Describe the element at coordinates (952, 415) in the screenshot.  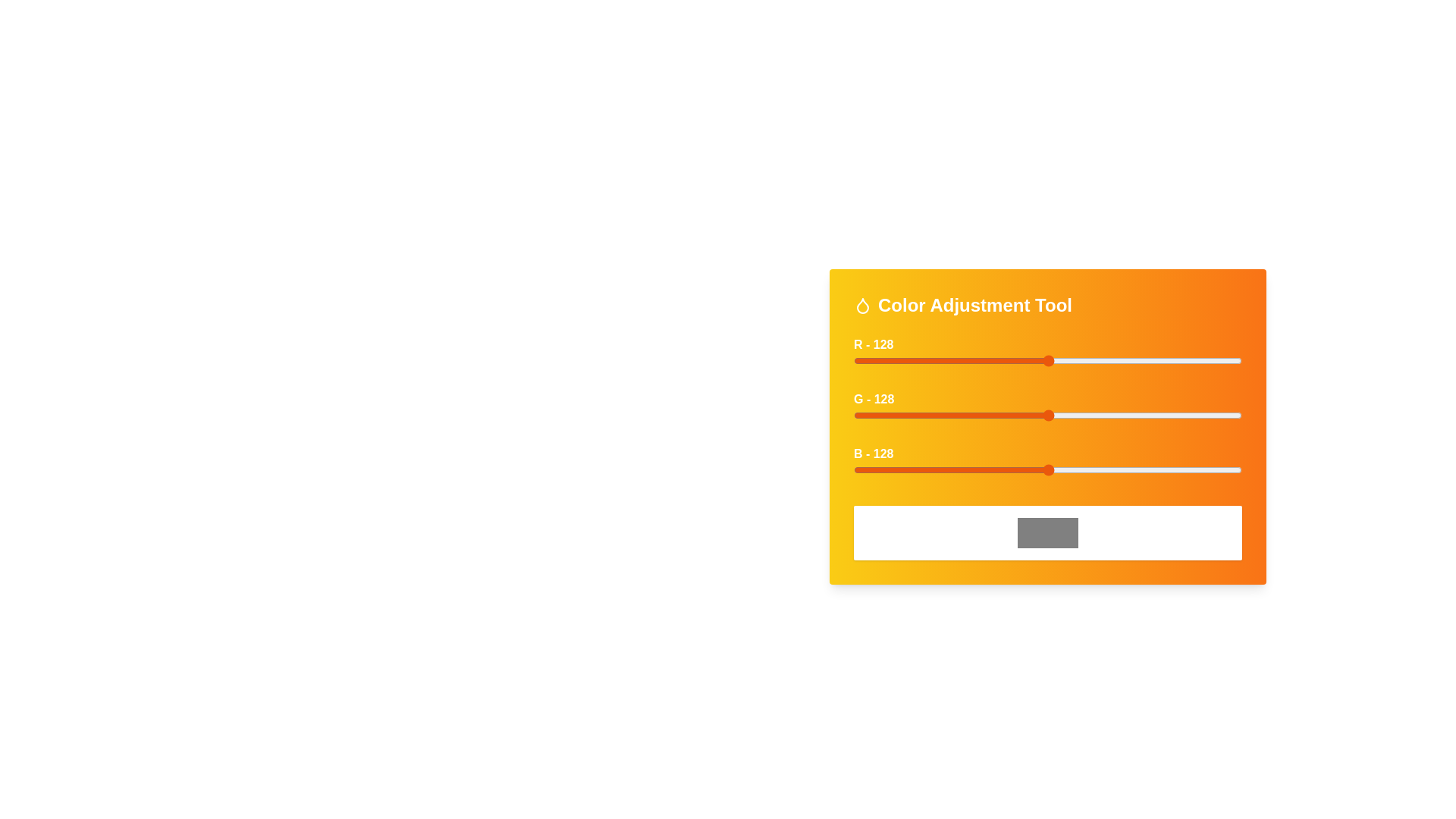
I see `the green slider to set the green intensity to 65` at that location.